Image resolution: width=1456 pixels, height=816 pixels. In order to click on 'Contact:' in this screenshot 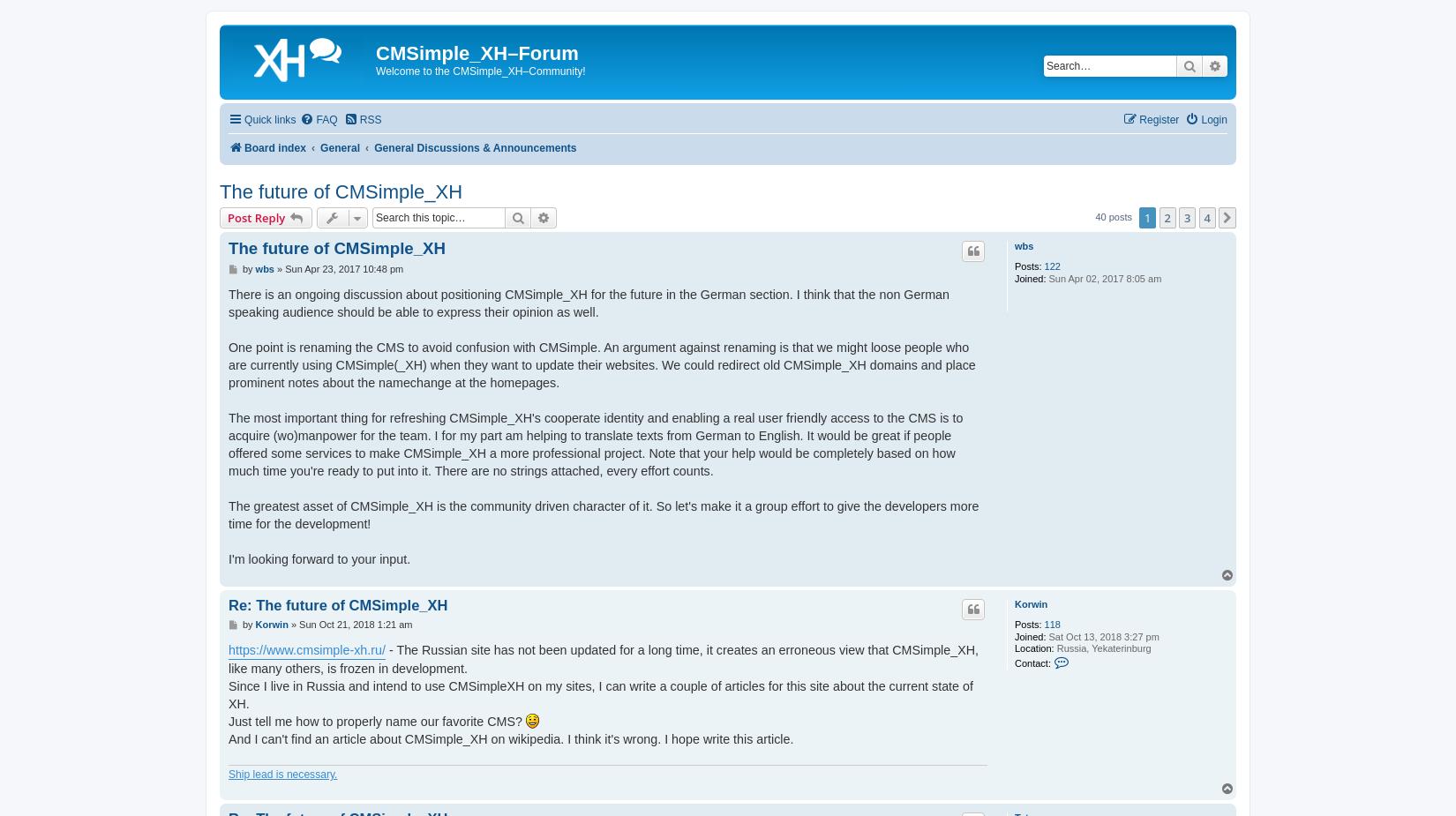, I will do `click(1014, 663)`.